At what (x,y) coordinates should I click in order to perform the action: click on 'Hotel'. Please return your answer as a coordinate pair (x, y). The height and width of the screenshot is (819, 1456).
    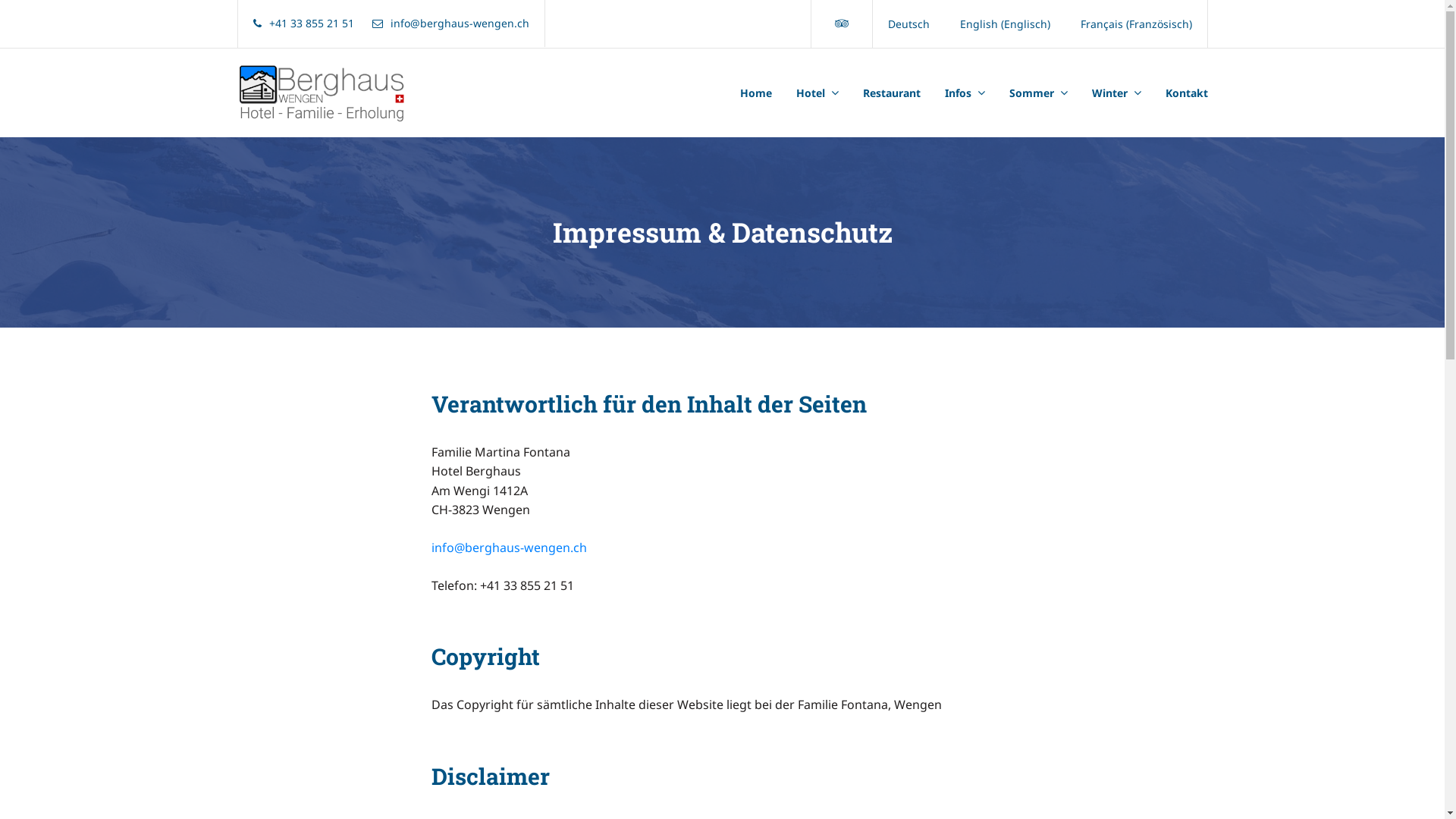
    Looking at the image, I should click on (783, 93).